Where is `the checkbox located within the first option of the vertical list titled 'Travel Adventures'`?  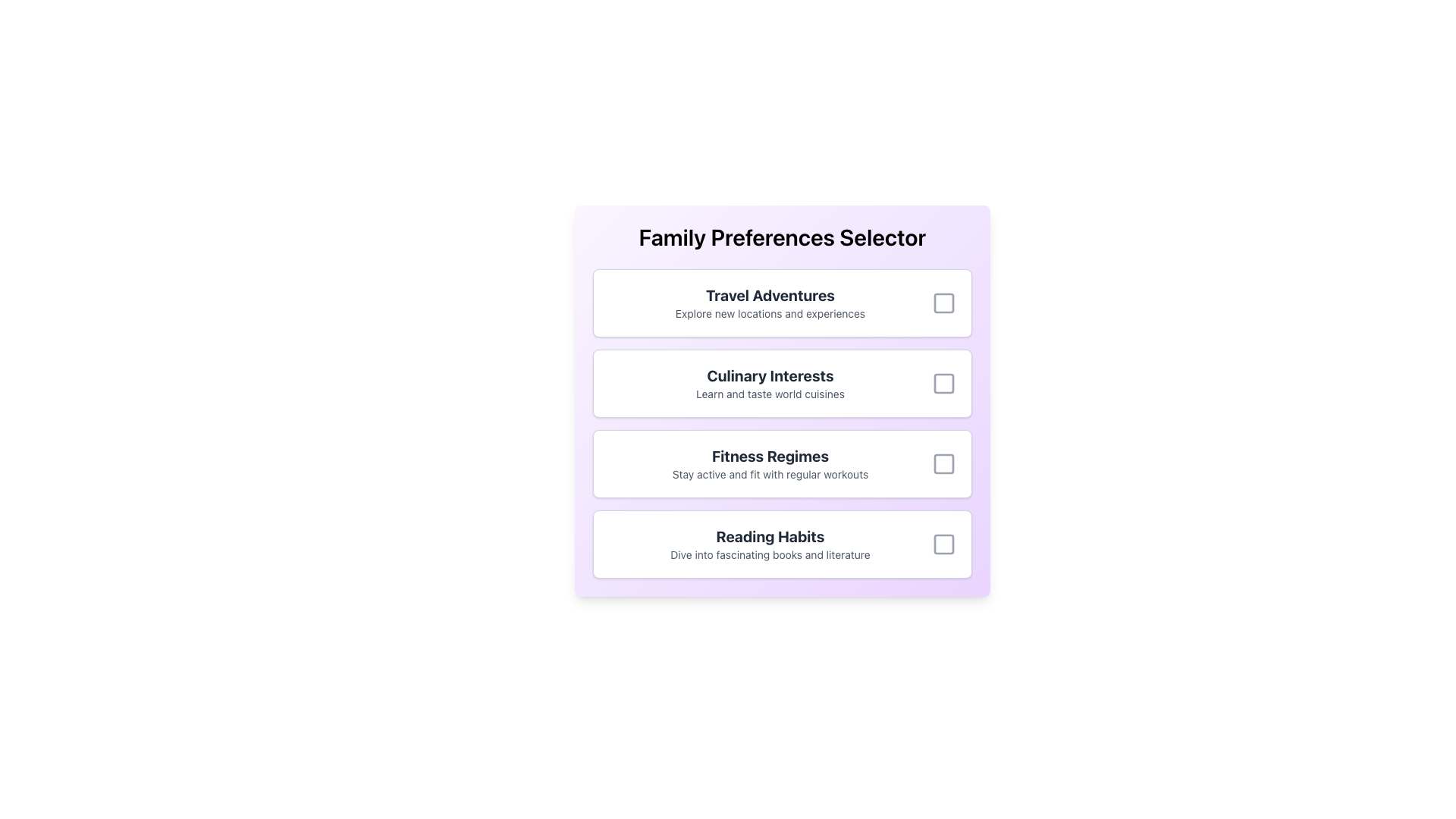 the checkbox located within the first option of the vertical list titled 'Travel Adventures' is located at coordinates (943, 303).